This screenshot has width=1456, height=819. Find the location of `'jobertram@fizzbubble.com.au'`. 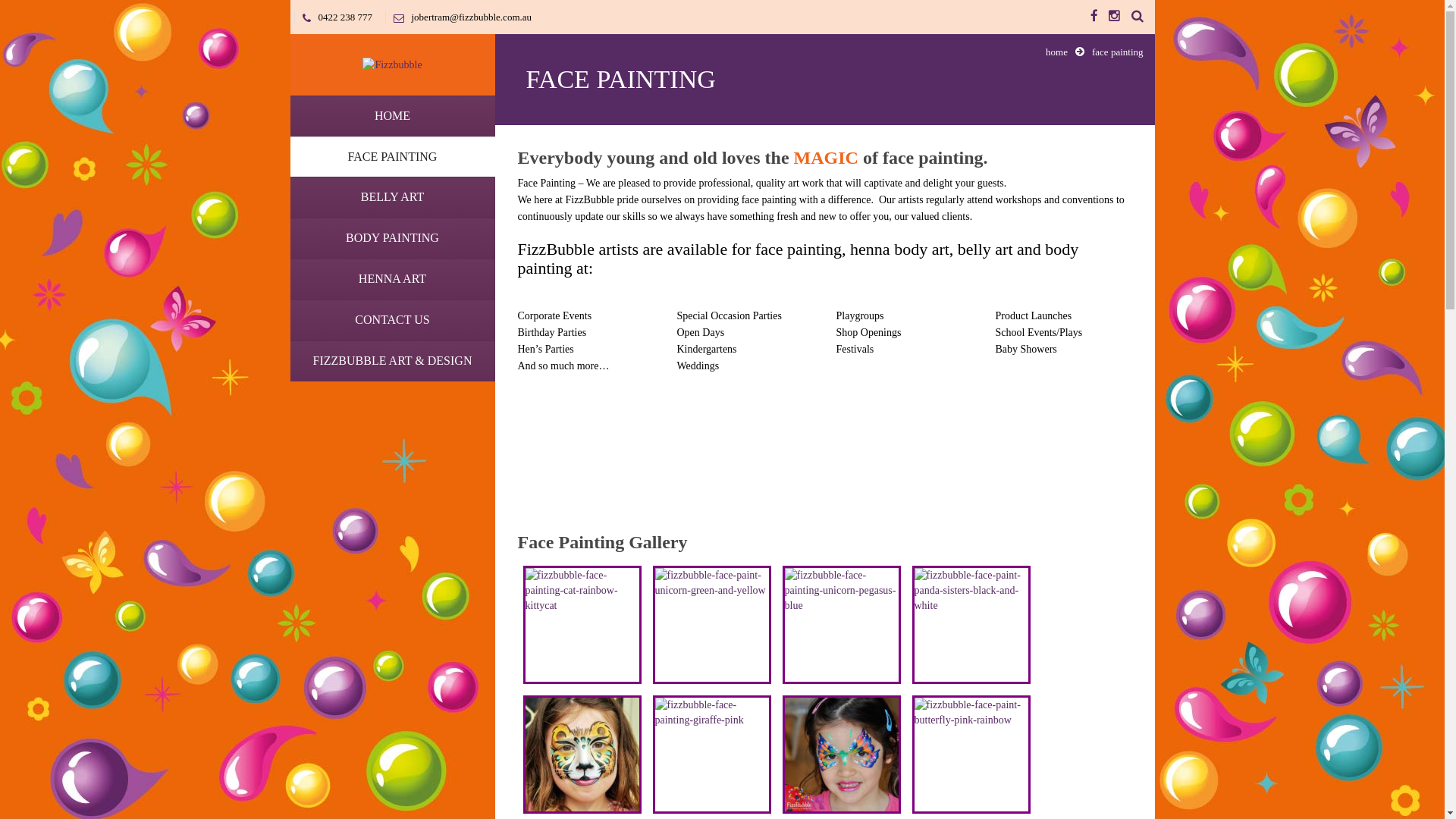

'jobertram@fizzbubble.com.au' is located at coordinates (457, 17).